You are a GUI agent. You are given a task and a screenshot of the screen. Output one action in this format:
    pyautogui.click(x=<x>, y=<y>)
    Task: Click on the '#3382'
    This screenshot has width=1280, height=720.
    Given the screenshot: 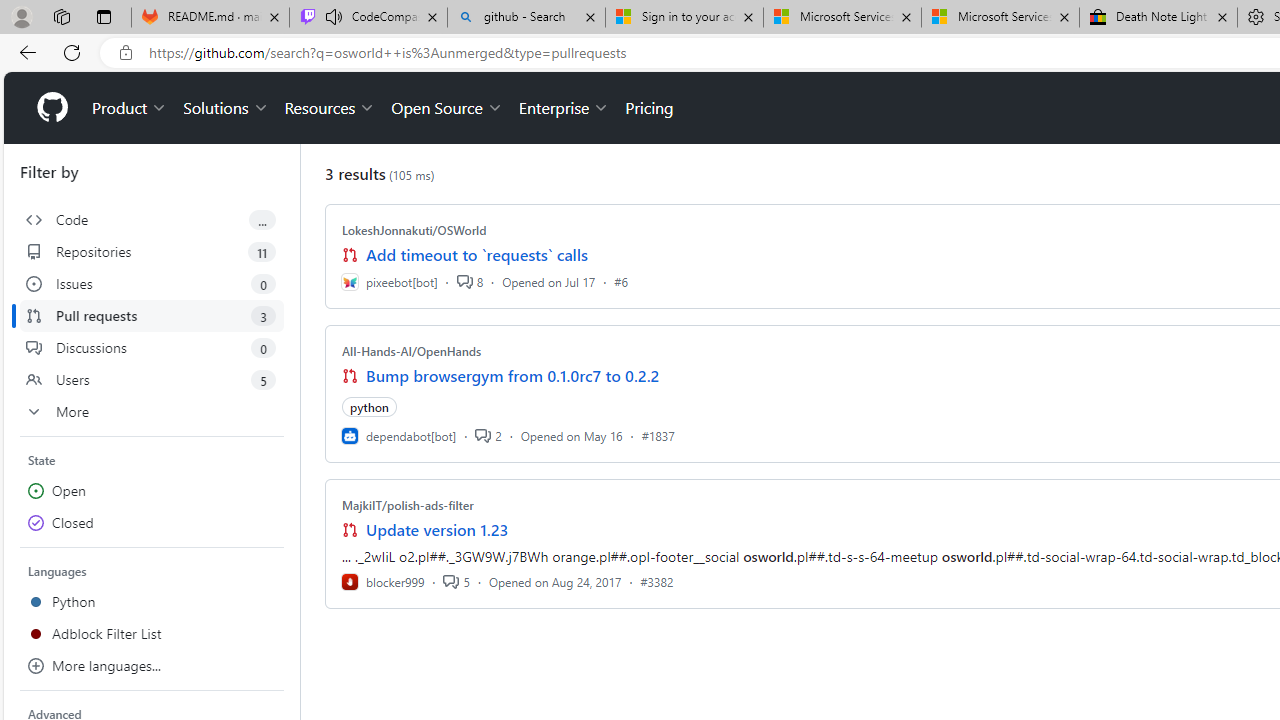 What is the action you would take?
    pyautogui.click(x=657, y=581)
    